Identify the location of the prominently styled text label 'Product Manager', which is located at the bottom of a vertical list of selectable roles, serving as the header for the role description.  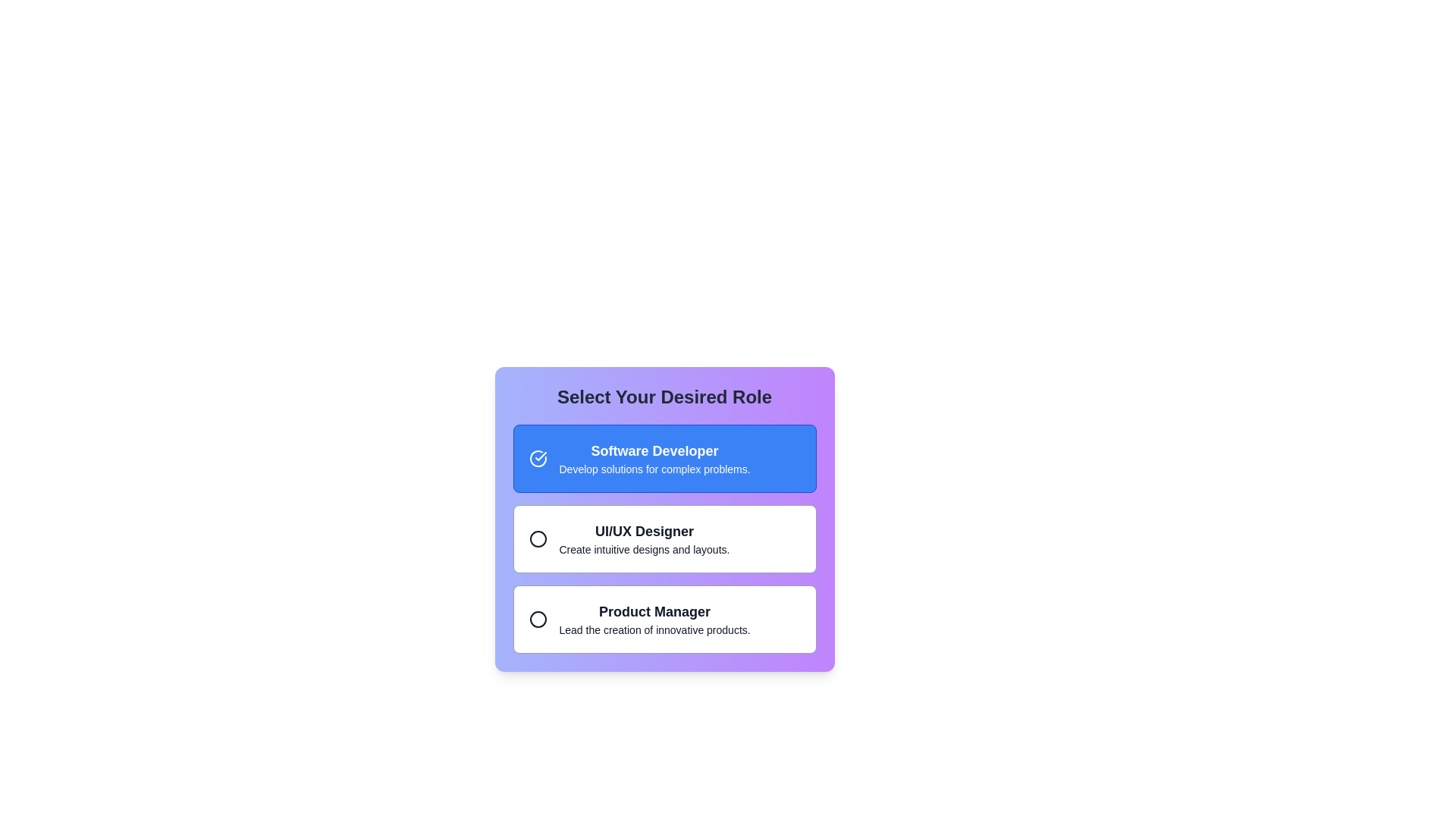
(654, 610).